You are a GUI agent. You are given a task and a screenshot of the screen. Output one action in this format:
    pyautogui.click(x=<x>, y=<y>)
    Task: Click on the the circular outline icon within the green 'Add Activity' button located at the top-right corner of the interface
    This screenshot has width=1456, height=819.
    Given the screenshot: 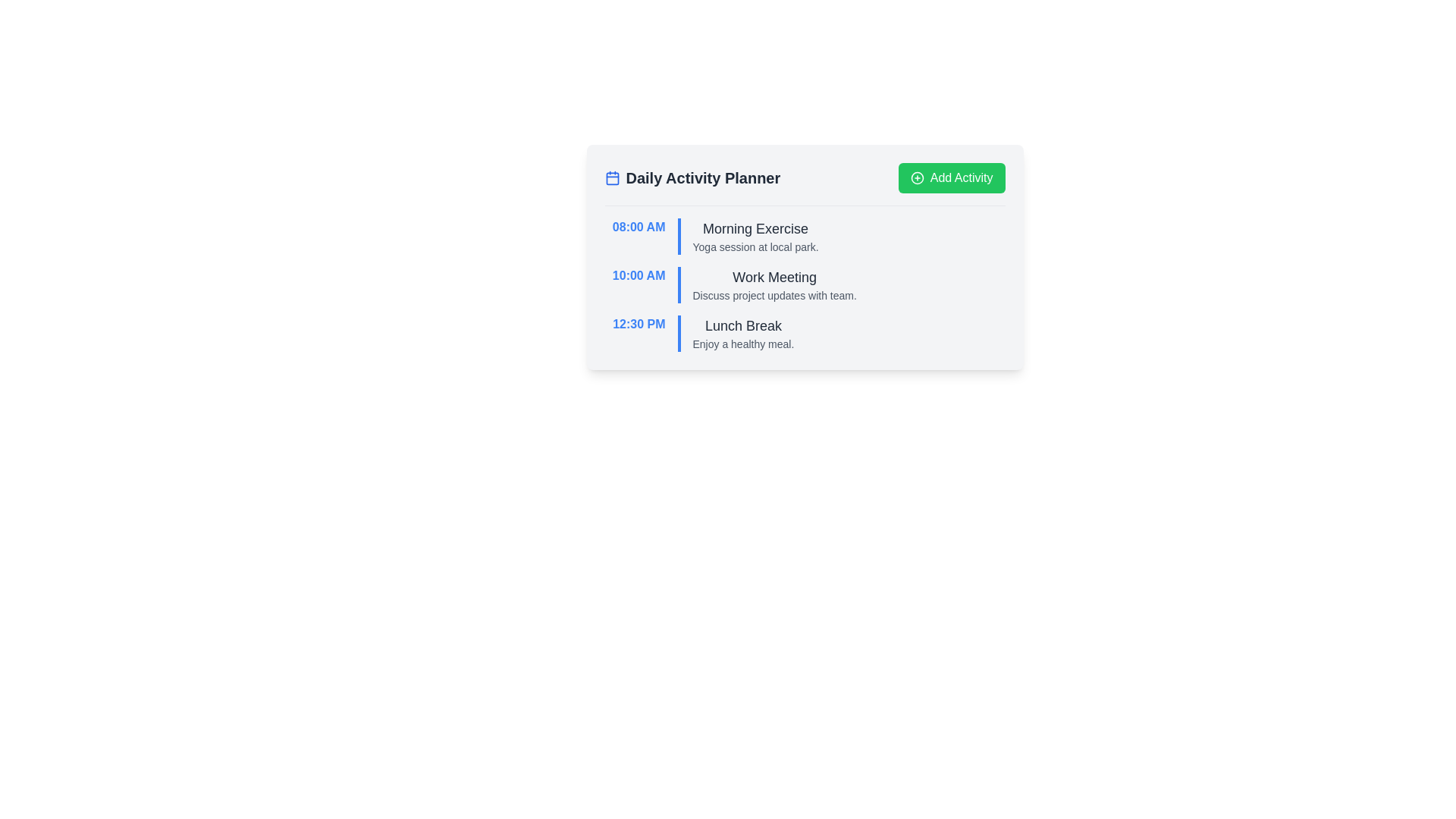 What is the action you would take?
    pyautogui.click(x=916, y=177)
    